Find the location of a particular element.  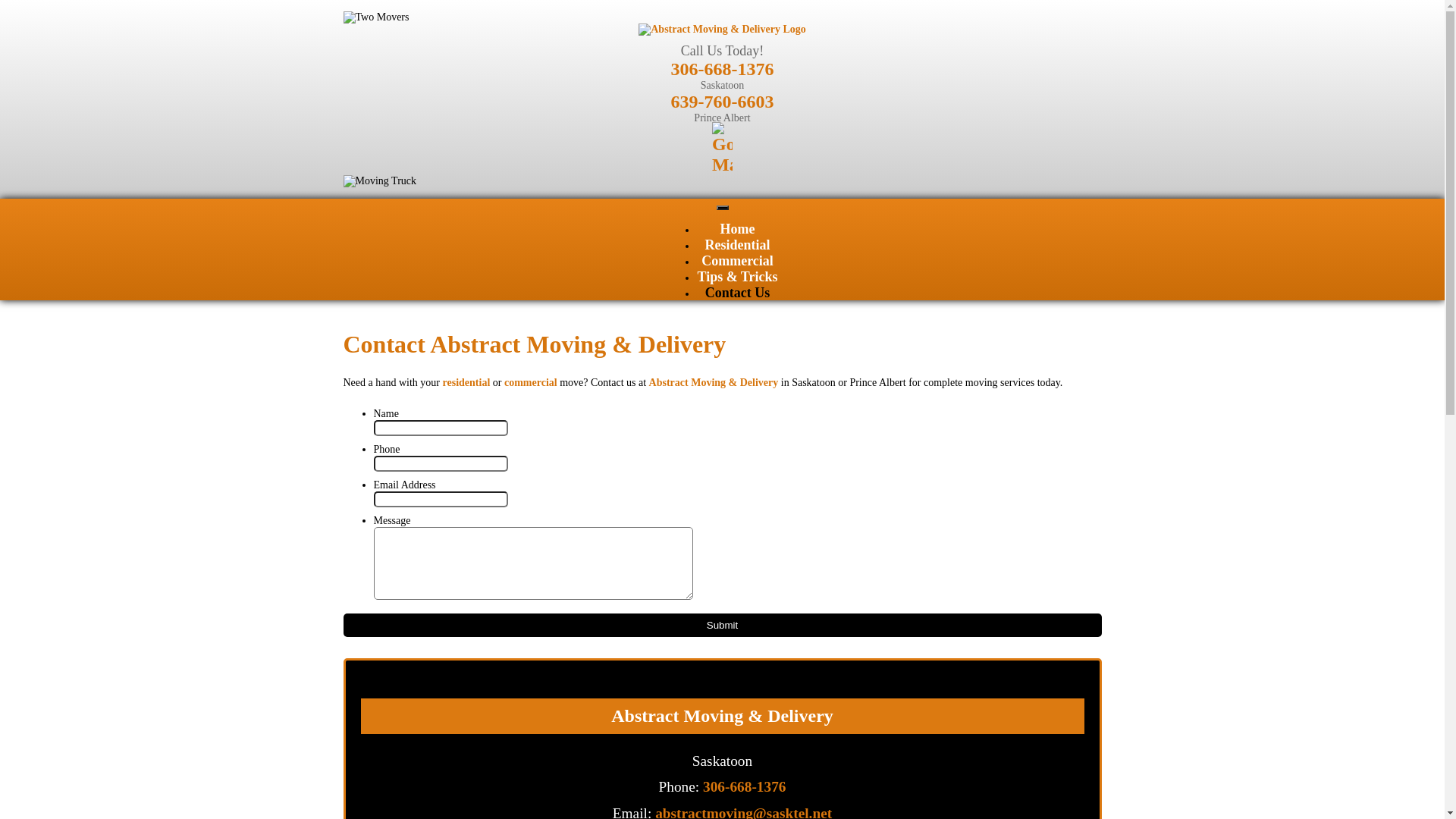

'Contact Us' is located at coordinates (738, 292).